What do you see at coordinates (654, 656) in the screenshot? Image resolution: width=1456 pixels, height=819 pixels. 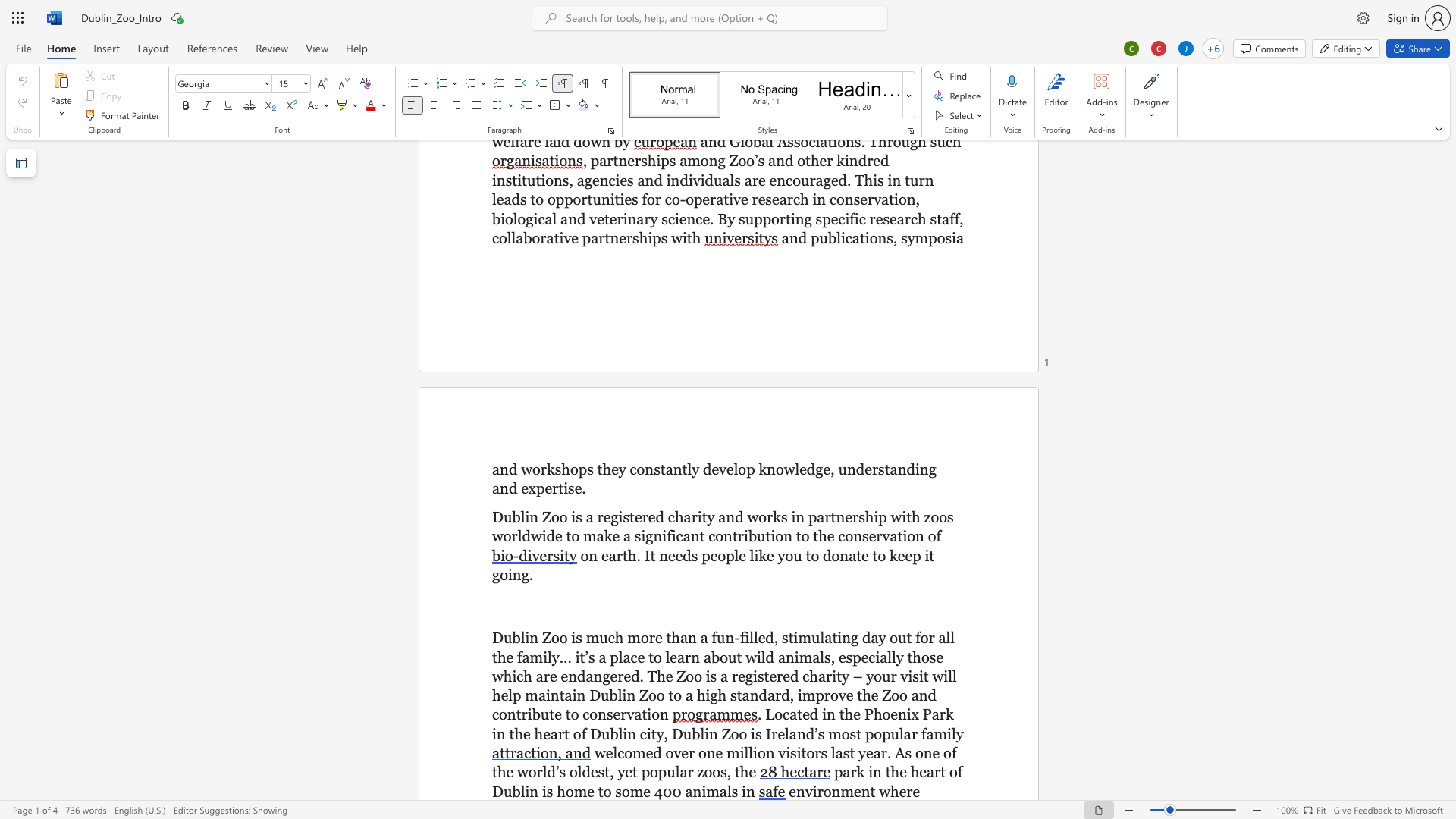 I see `the space between the continuous character "t" and "o" in the text` at bounding box center [654, 656].